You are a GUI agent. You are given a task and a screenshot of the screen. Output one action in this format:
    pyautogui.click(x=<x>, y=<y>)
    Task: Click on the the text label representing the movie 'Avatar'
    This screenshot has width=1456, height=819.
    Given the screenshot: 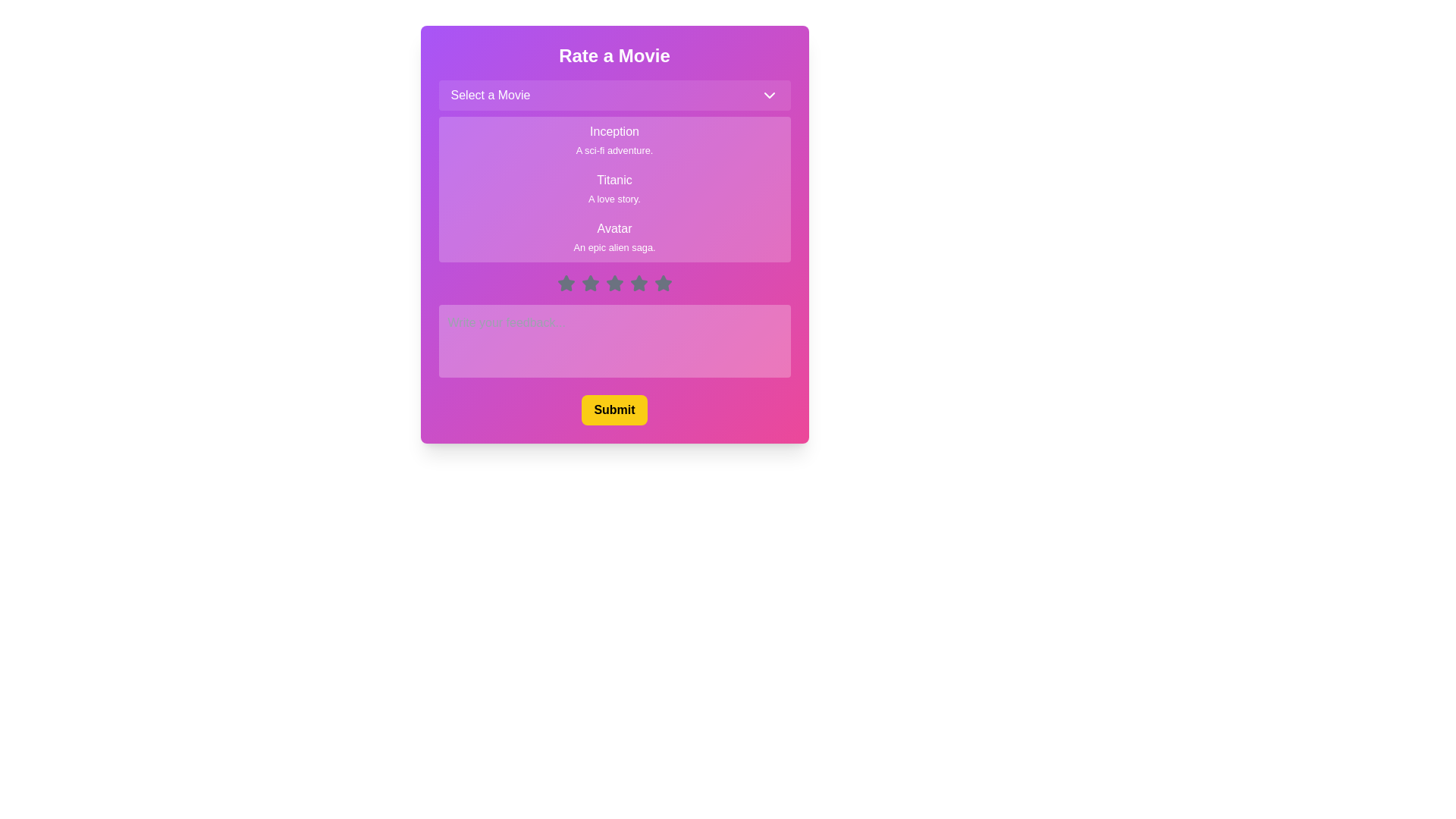 What is the action you would take?
    pyautogui.click(x=614, y=228)
    